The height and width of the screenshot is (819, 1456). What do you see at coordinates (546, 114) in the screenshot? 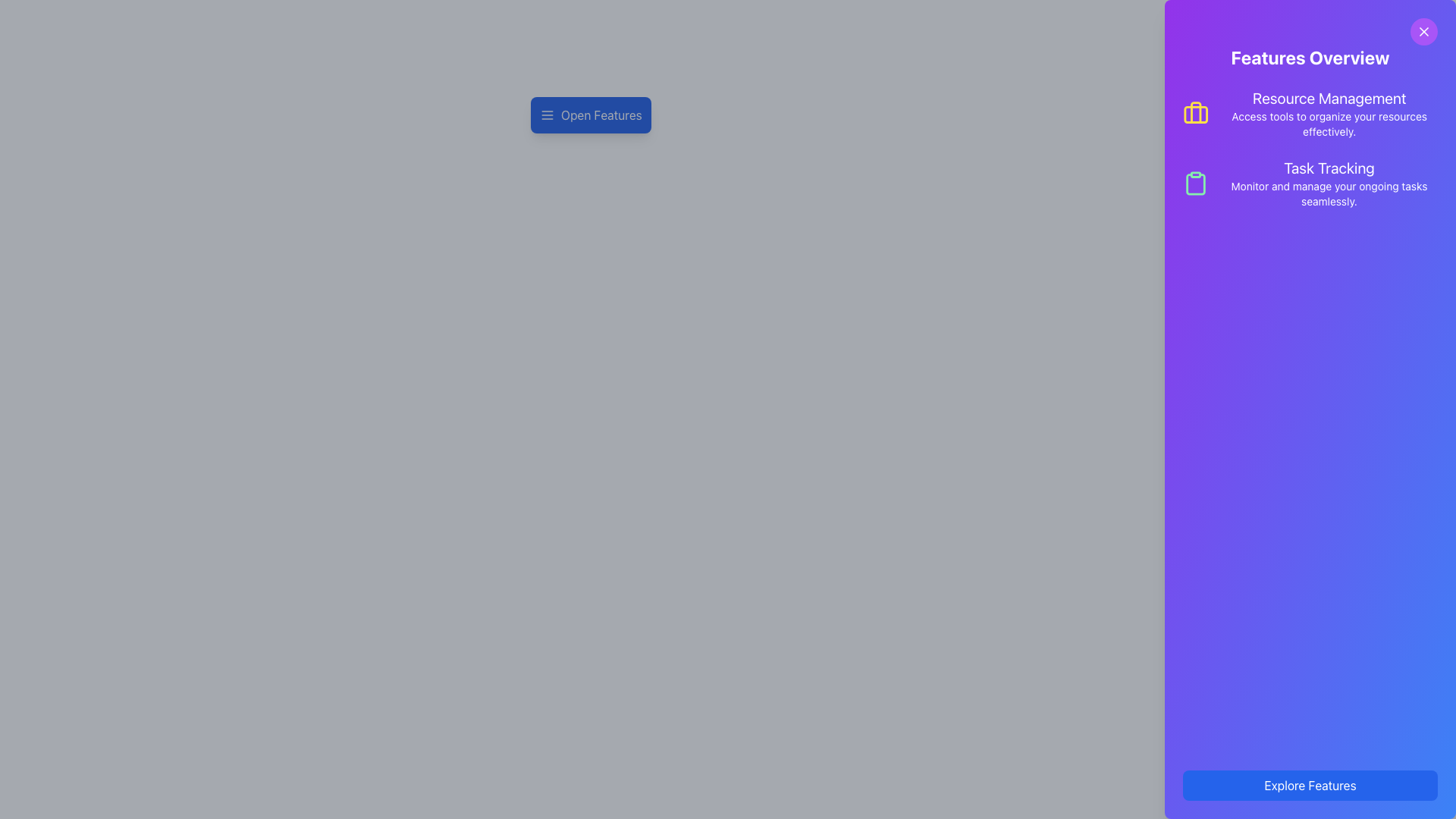
I see `the menu icon located at the leftmost side of the 'Open Features' button` at bounding box center [546, 114].